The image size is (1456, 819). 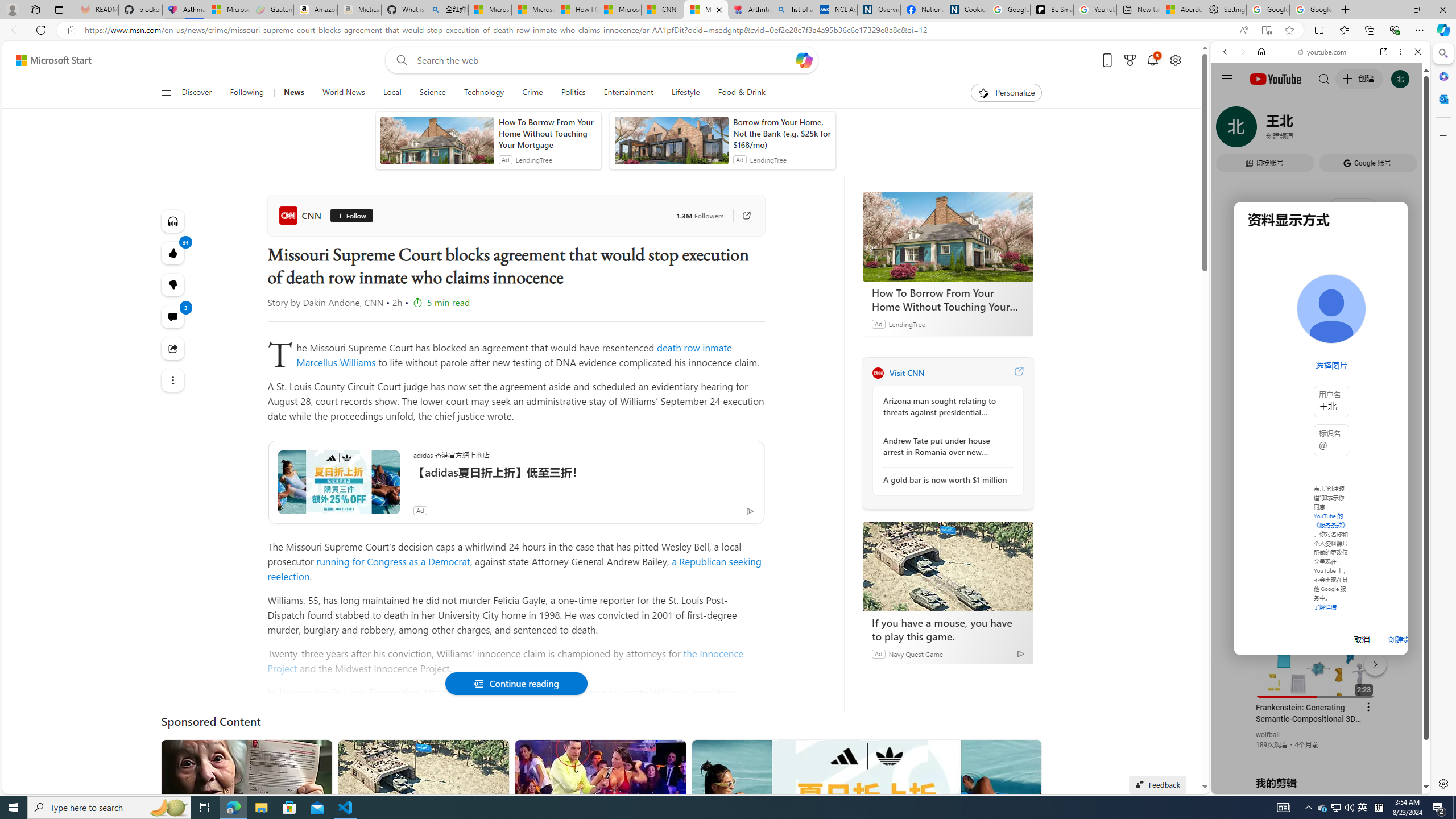 What do you see at coordinates (172, 316) in the screenshot?
I see `'View comments 3 Comment'` at bounding box center [172, 316].